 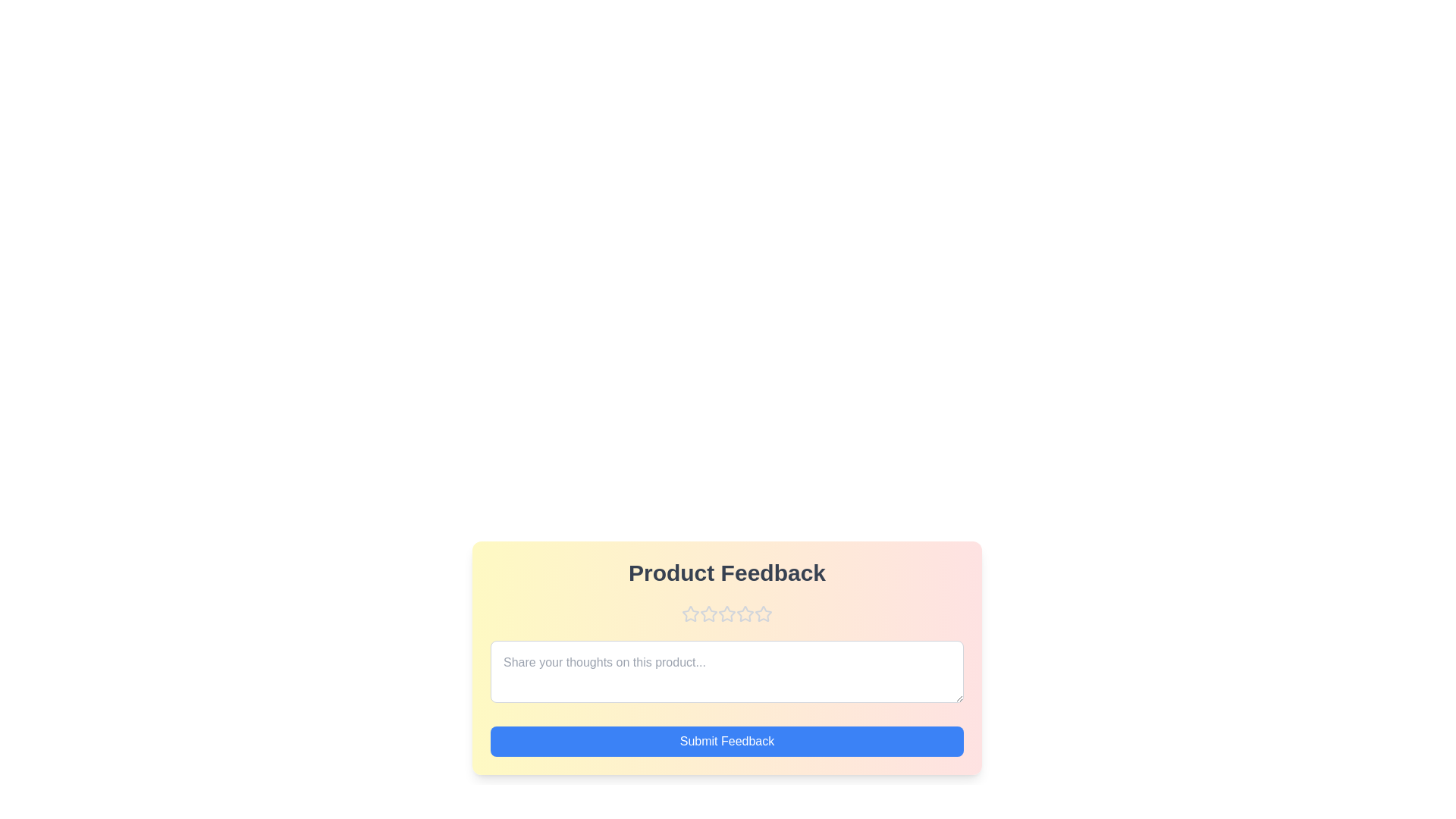 What do you see at coordinates (726, 741) in the screenshot?
I see `the 'Submit Feedback' button to submit the feedback` at bounding box center [726, 741].